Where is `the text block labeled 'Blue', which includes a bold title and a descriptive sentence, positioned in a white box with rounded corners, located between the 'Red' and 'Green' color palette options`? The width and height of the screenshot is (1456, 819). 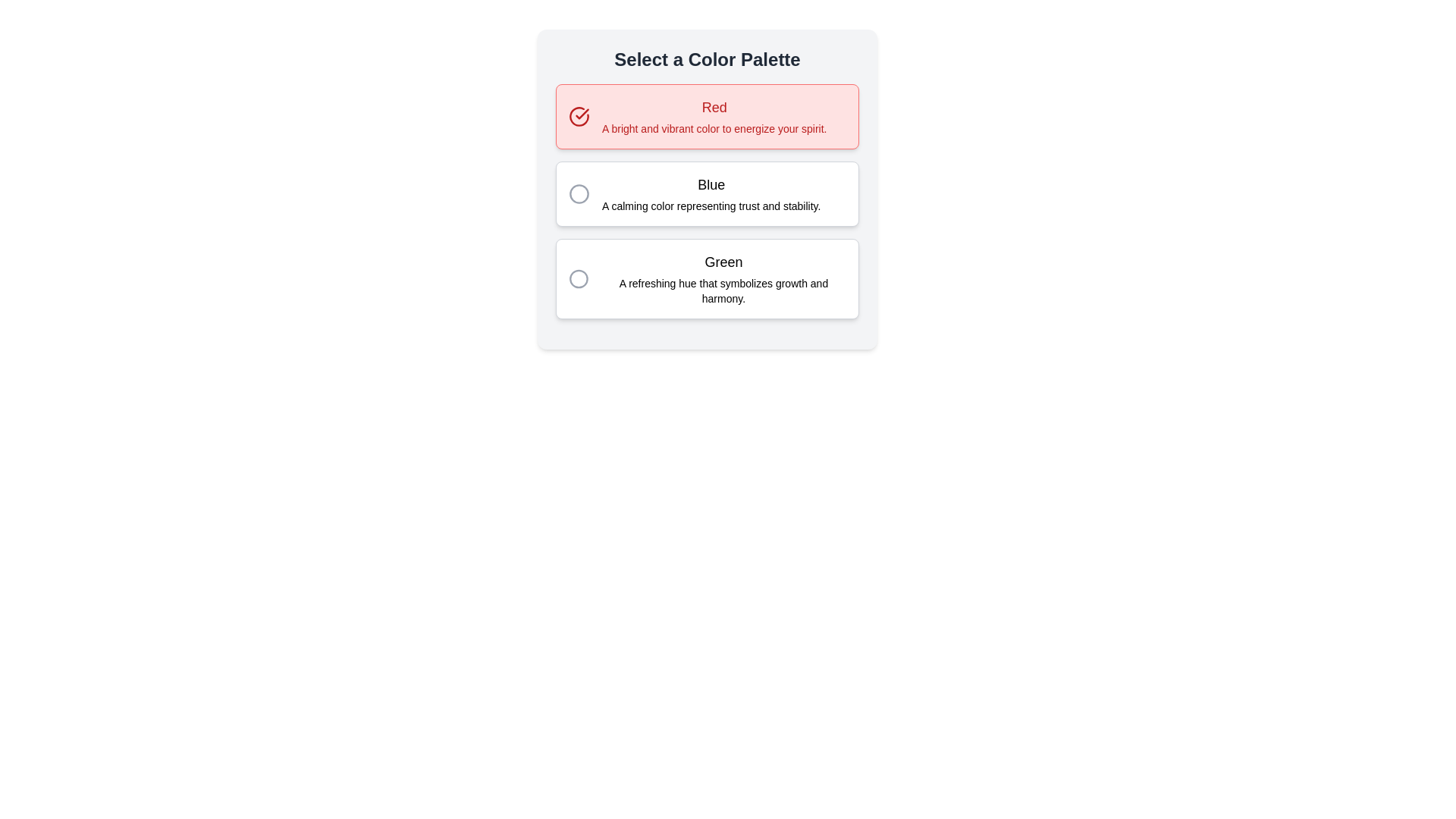 the text block labeled 'Blue', which includes a bold title and a descriptive sentence, positioned in a white box with rounded corners, located between the 'Red' and 'Green' color palette options is located at coordinates (711, 193).